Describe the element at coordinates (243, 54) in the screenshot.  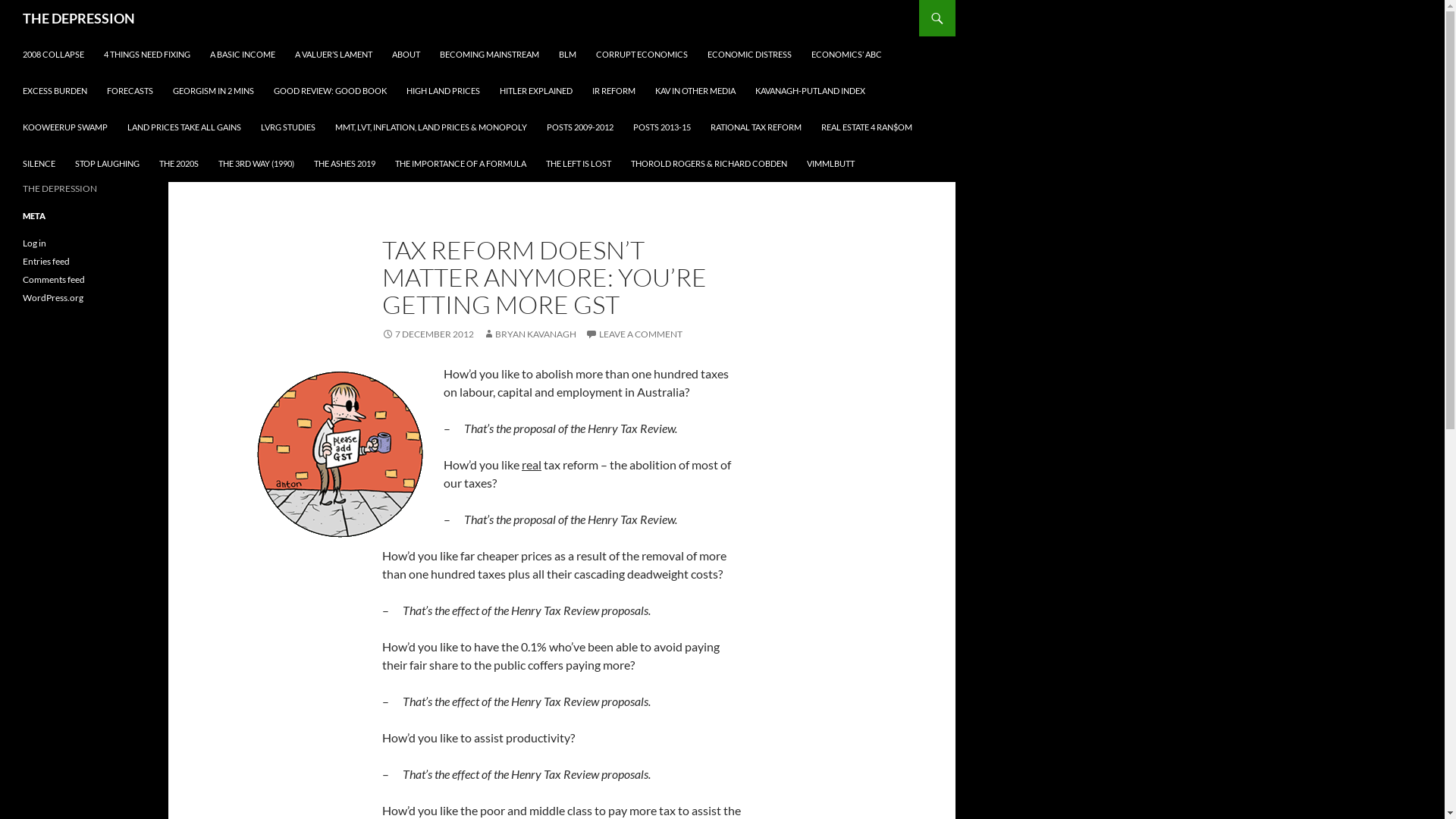
I see `'A BASIC INCOME'` at that location.